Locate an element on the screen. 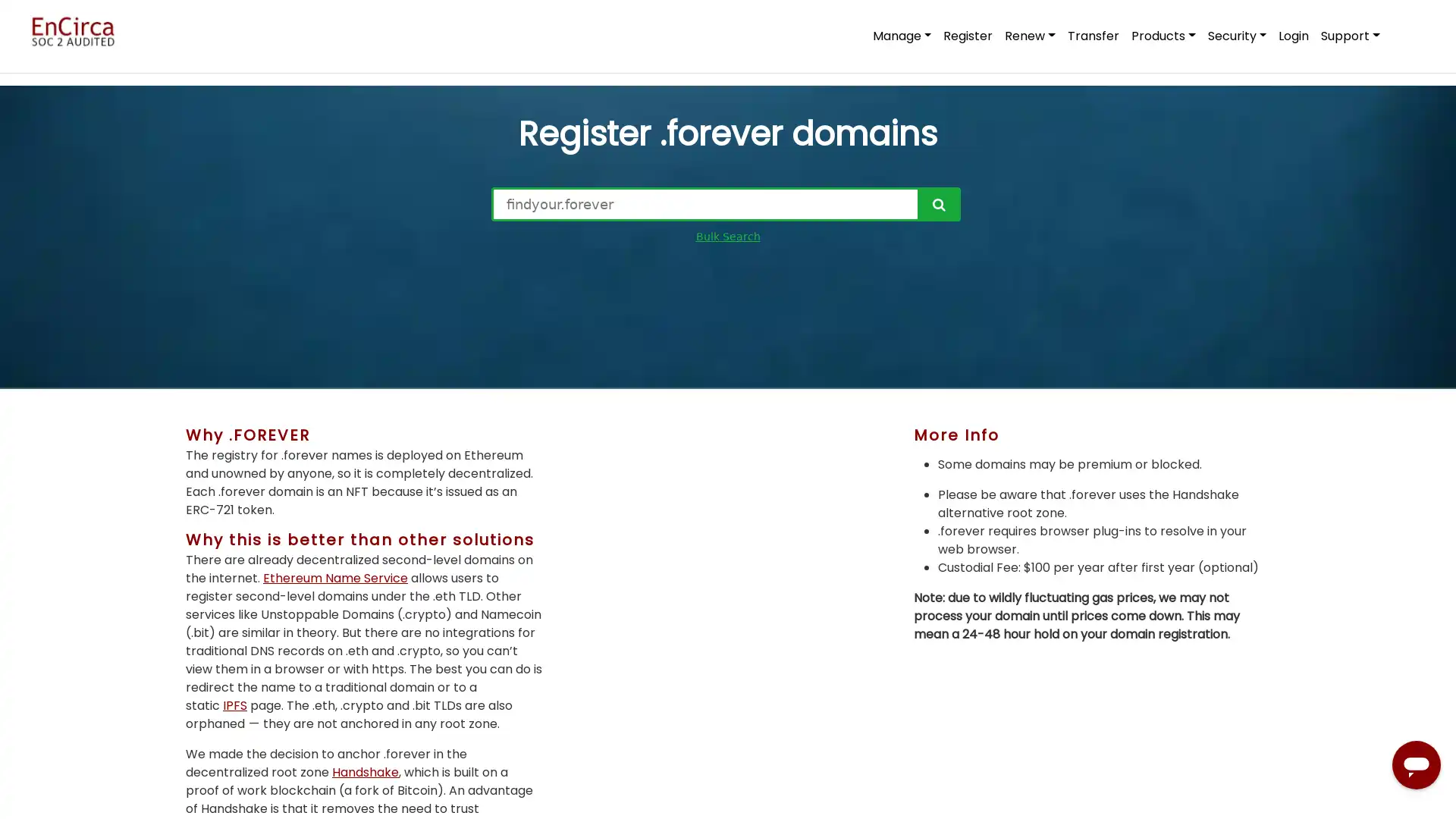 The width and height of the screenshot is (1456, 819). Renew is located at coordinates (1030, 35).